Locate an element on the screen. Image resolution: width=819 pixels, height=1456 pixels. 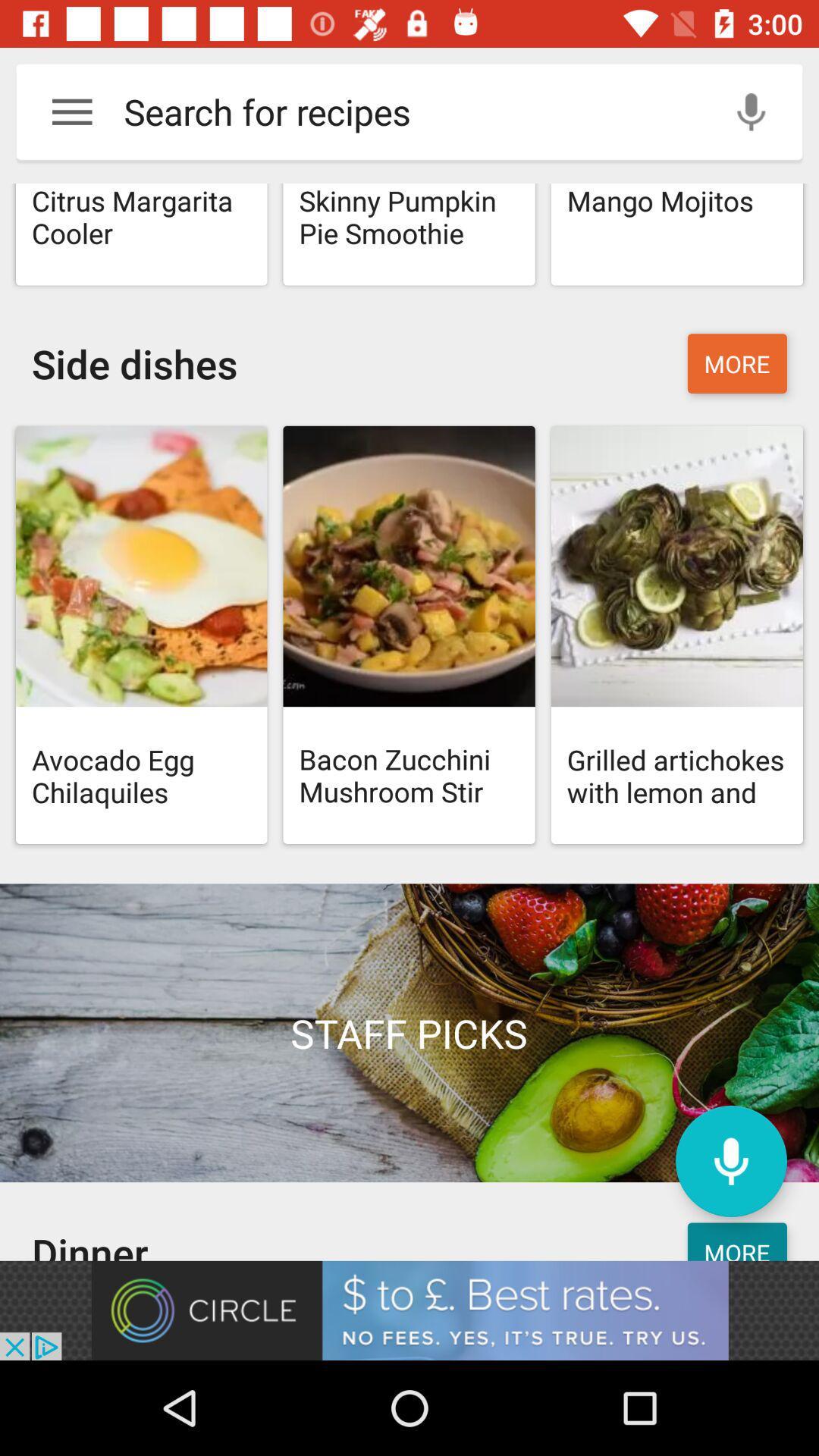
the microphone icon is located at coordinates (751, 111).